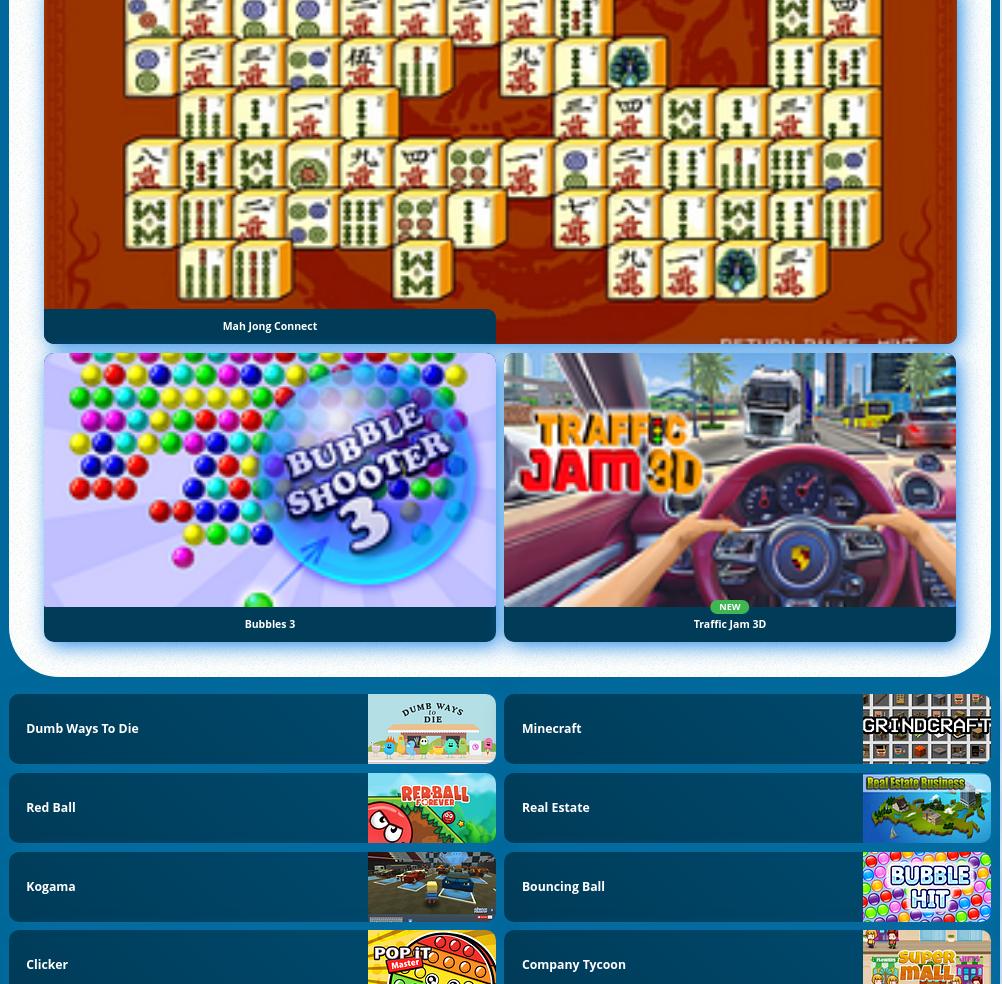  I want to click on 'Traffic Jam 3D', so click(729, 622).